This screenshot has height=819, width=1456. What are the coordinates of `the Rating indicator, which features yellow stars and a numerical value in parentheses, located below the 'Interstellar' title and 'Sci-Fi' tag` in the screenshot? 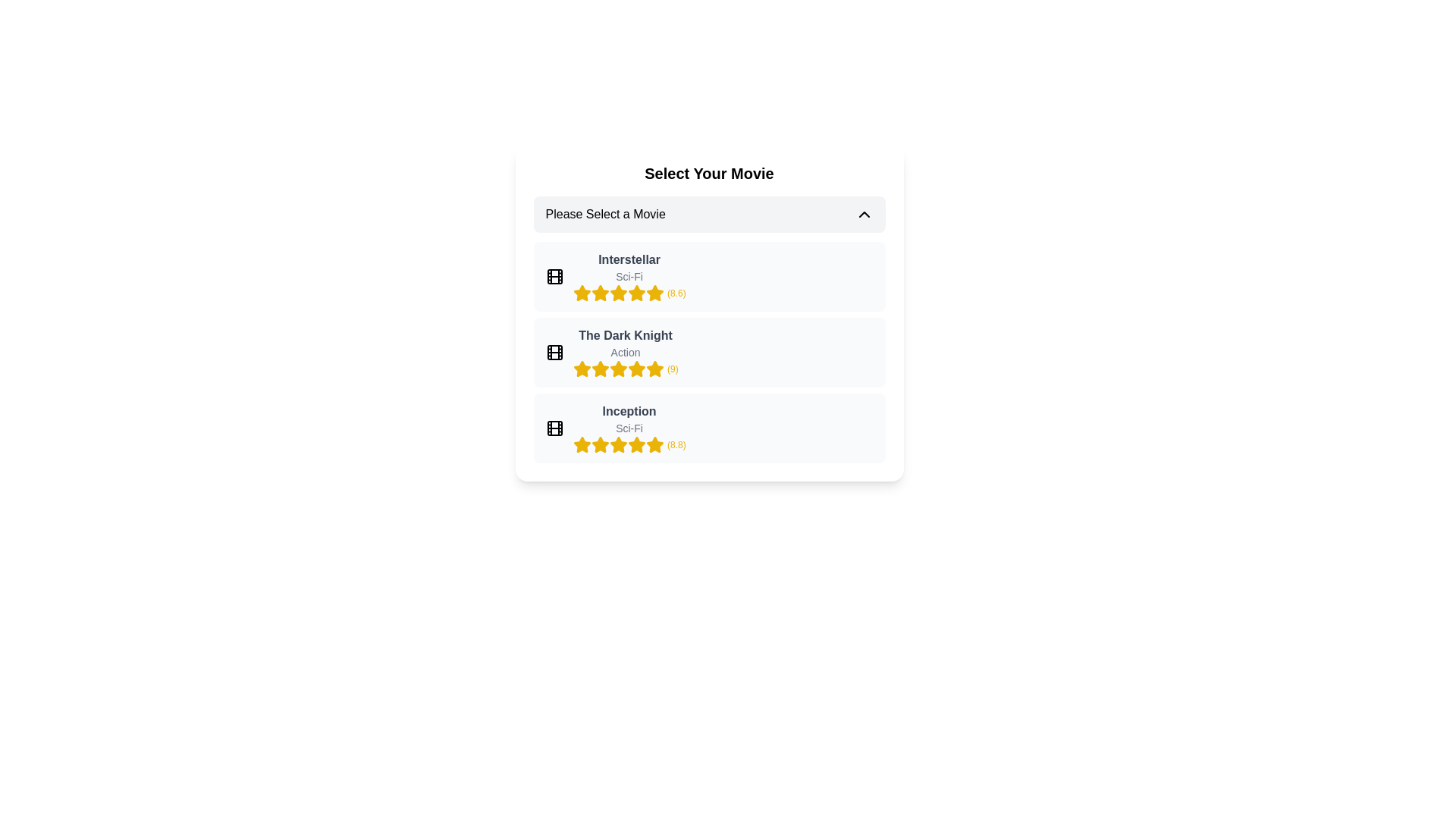 It's located at (629, 293).